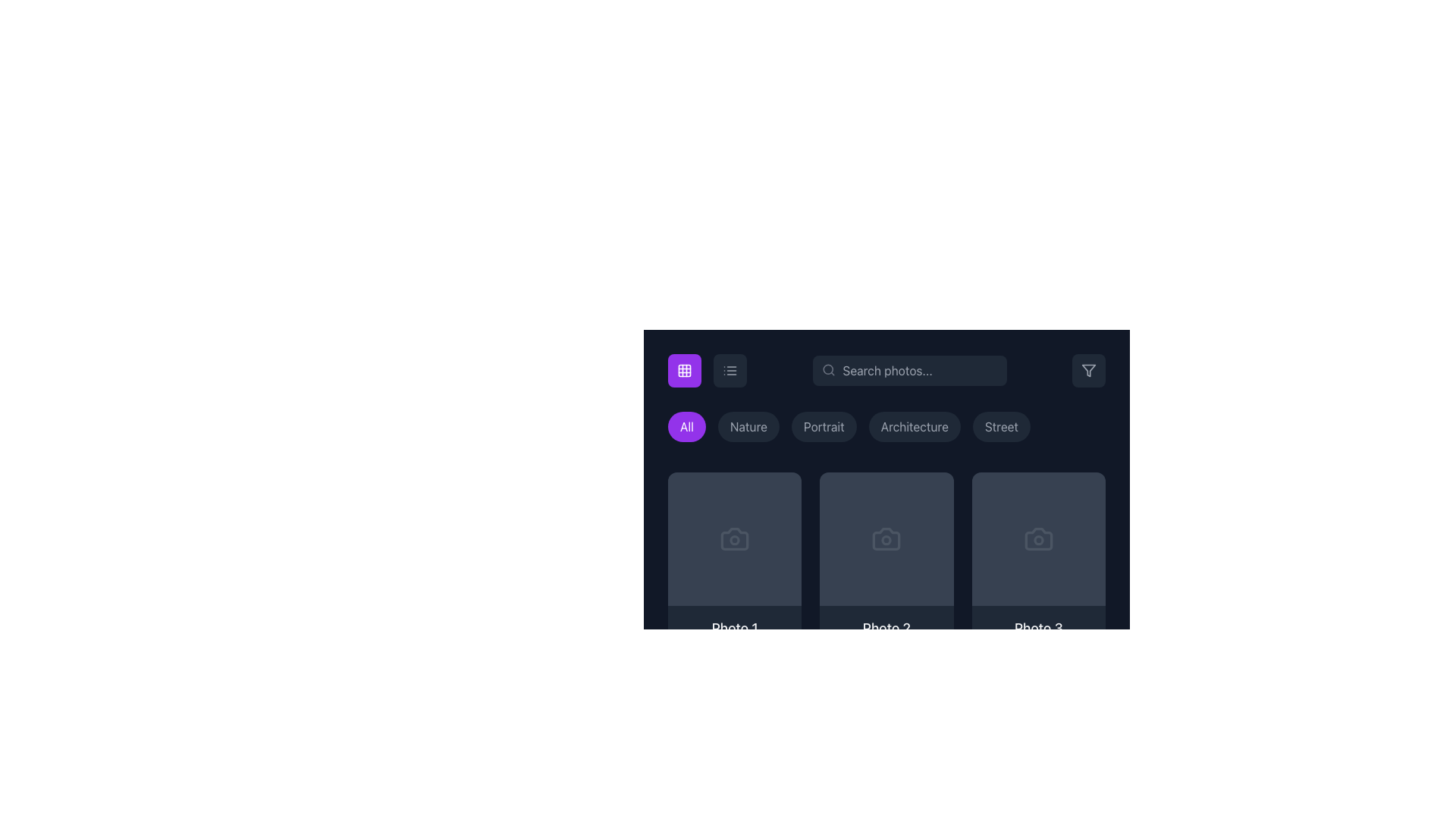  Describe the element at coordinates (1037, 538) in the screenshot. I see `the third button in a horizontal row of three buttons in the third section of the photo gallery interface` at that location.